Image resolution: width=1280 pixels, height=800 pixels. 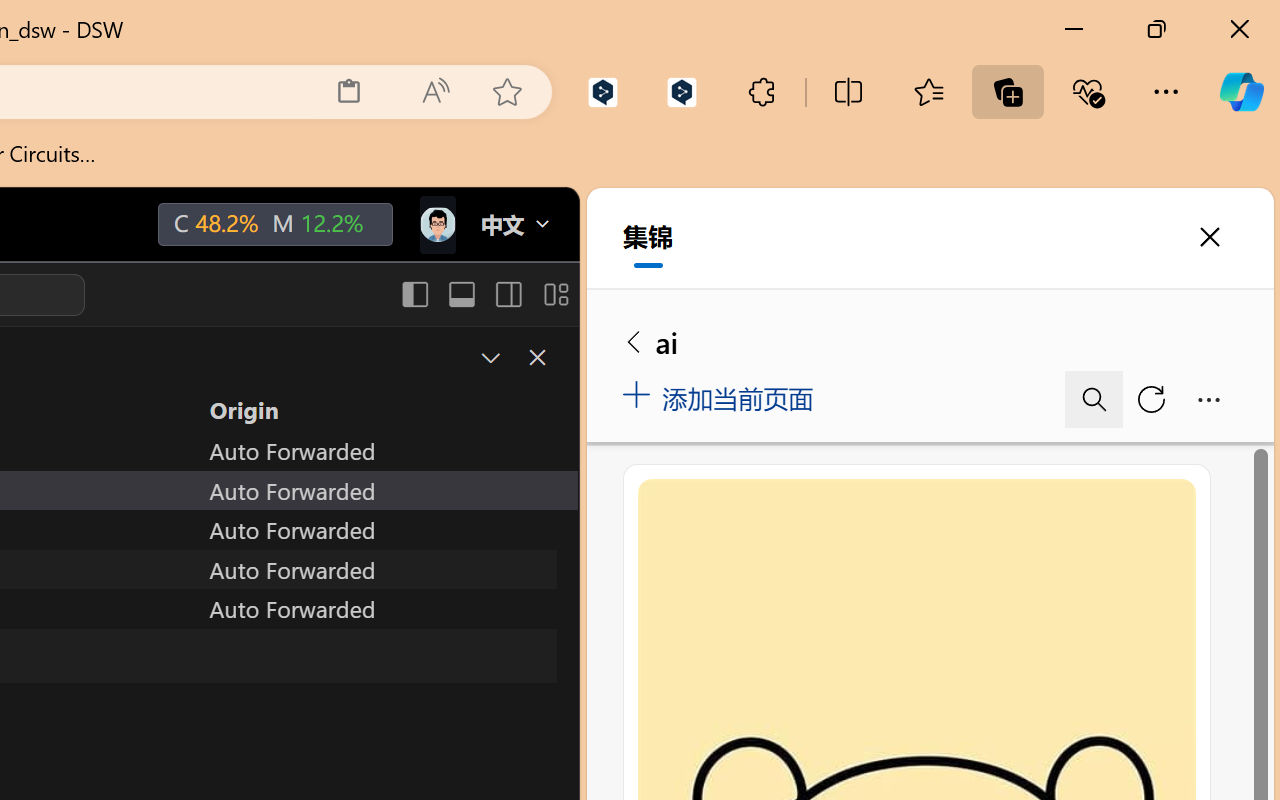 I want to click on 'Restore Panel Size', so click(x=488, y=357).